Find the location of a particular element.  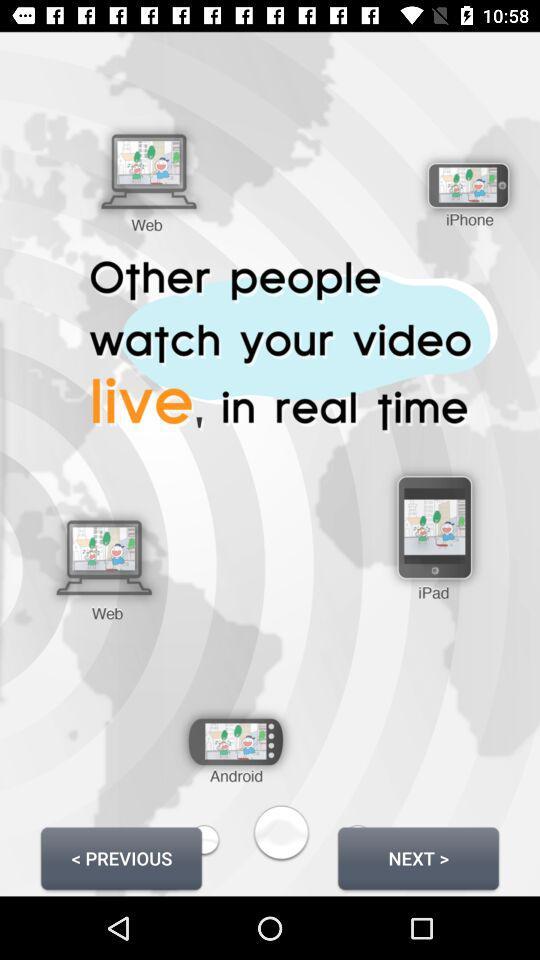

< previous button is located at coordinates (121, 857).